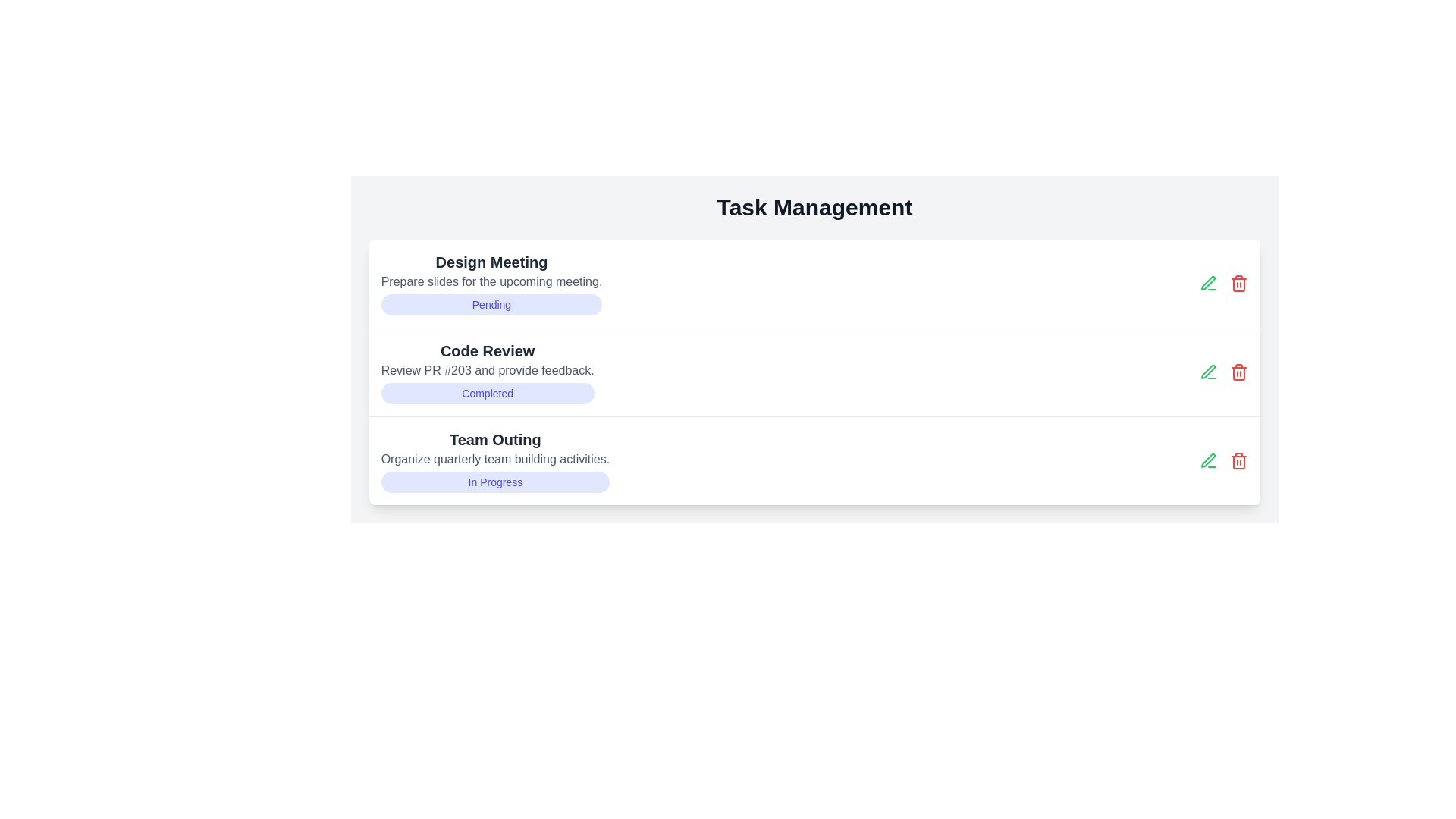  I want to click on the red trash can icon located on the right side of the interface next to the green pencil icon to initiate deletion, so click(1239, 460).